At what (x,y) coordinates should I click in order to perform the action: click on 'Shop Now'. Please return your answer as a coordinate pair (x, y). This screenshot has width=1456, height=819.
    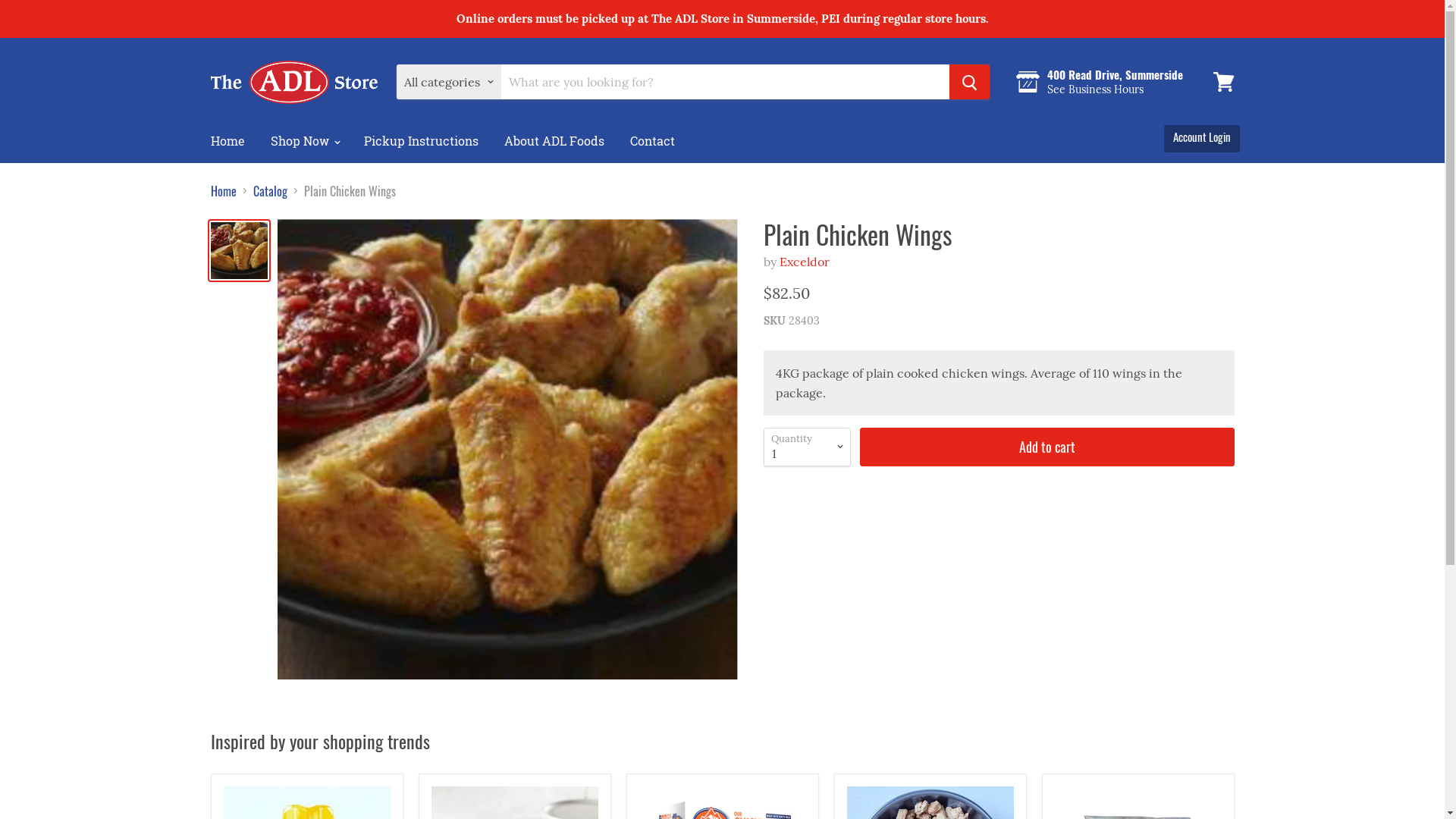
    Looking at the image, I should click on (259, 140).